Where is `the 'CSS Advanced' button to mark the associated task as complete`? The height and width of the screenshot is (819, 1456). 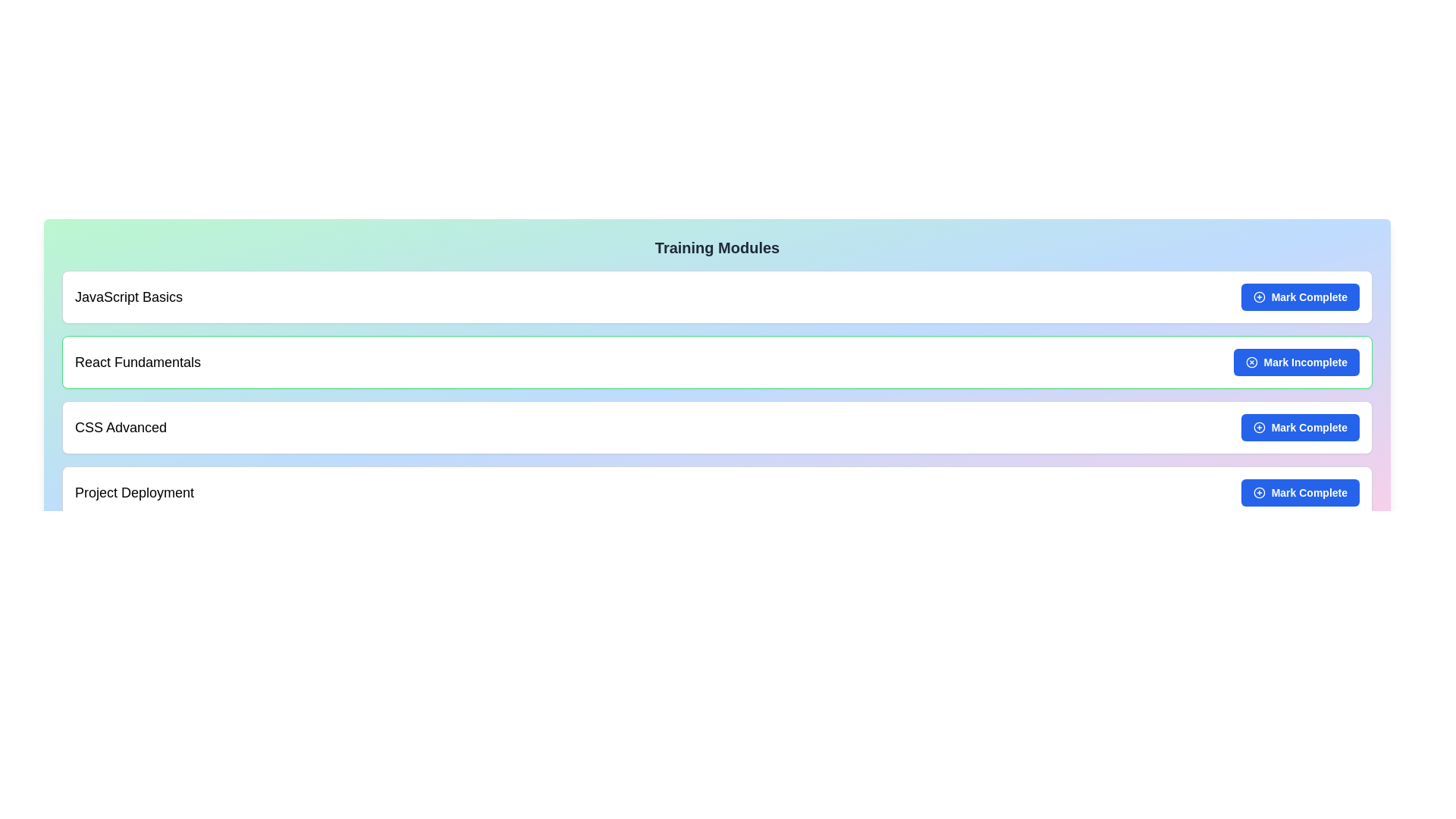 the 'CSS Advanced' button to mark the associated task as complete is located at coordinates (1299, 427).